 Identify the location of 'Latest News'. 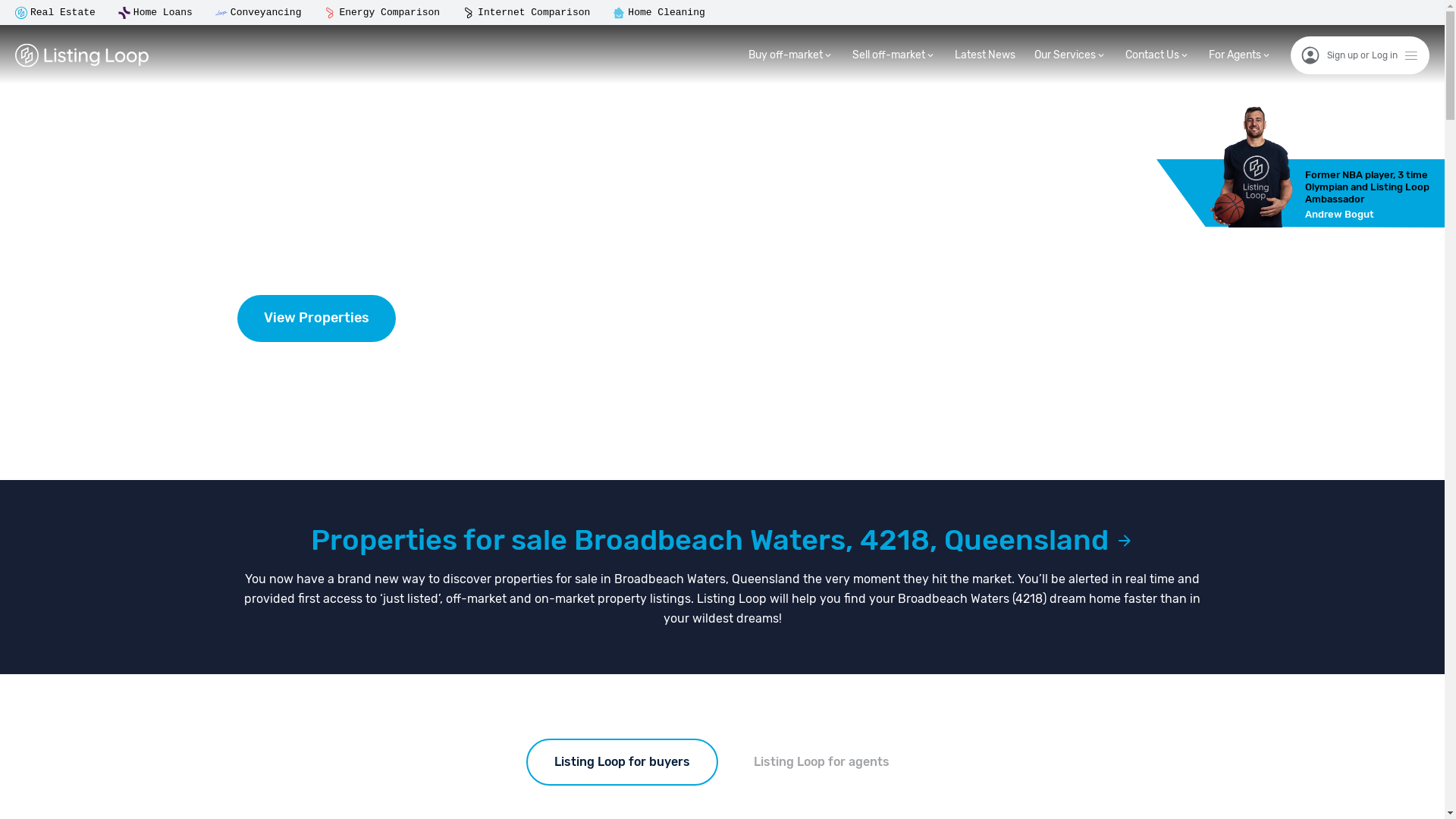
(985, 54).